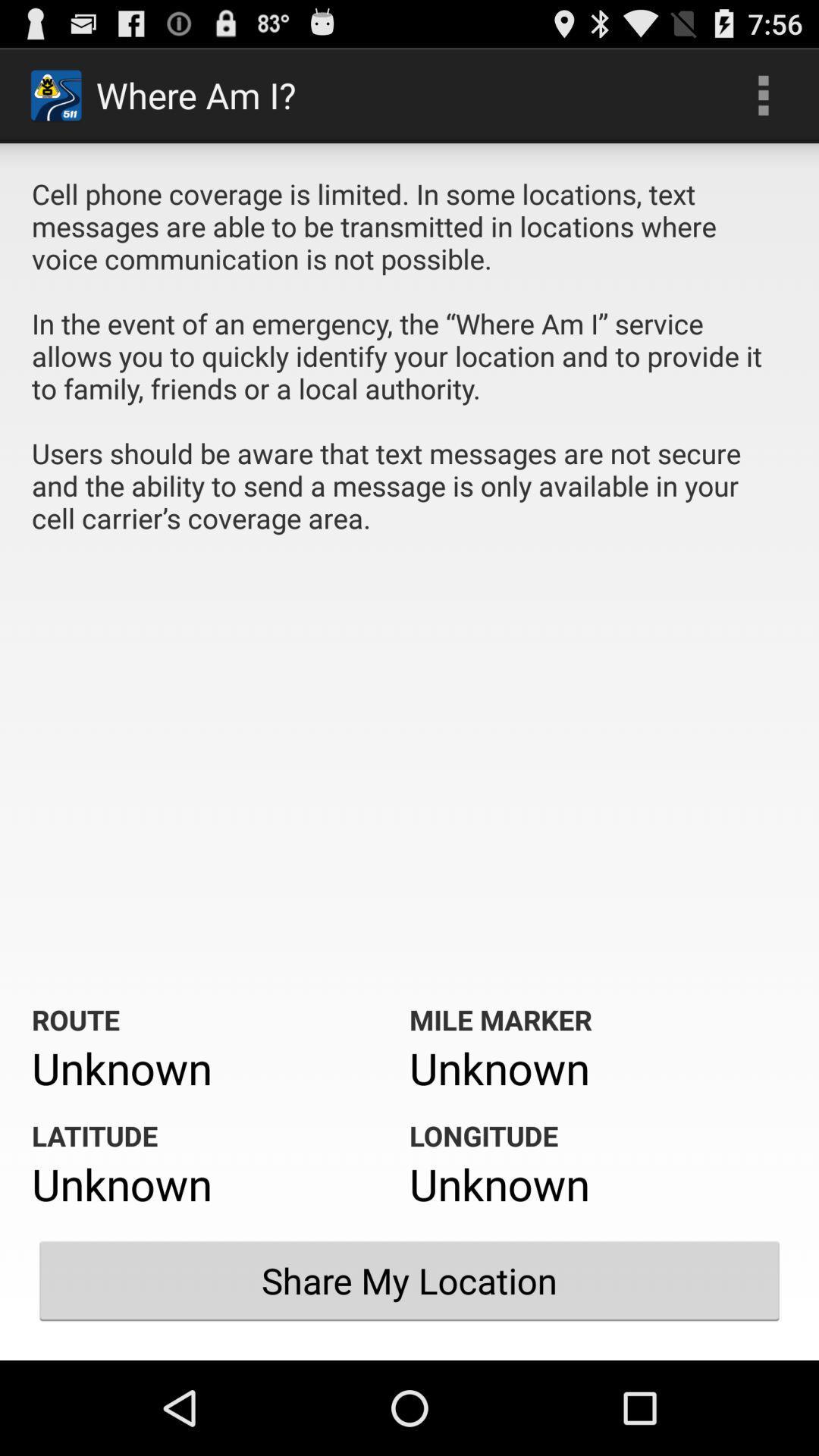 The width and height of the screenshot is (819, 1456). Describe the element at coordinates (763, 94) in the screenshot. I see `icon at the top right corner` at that location.